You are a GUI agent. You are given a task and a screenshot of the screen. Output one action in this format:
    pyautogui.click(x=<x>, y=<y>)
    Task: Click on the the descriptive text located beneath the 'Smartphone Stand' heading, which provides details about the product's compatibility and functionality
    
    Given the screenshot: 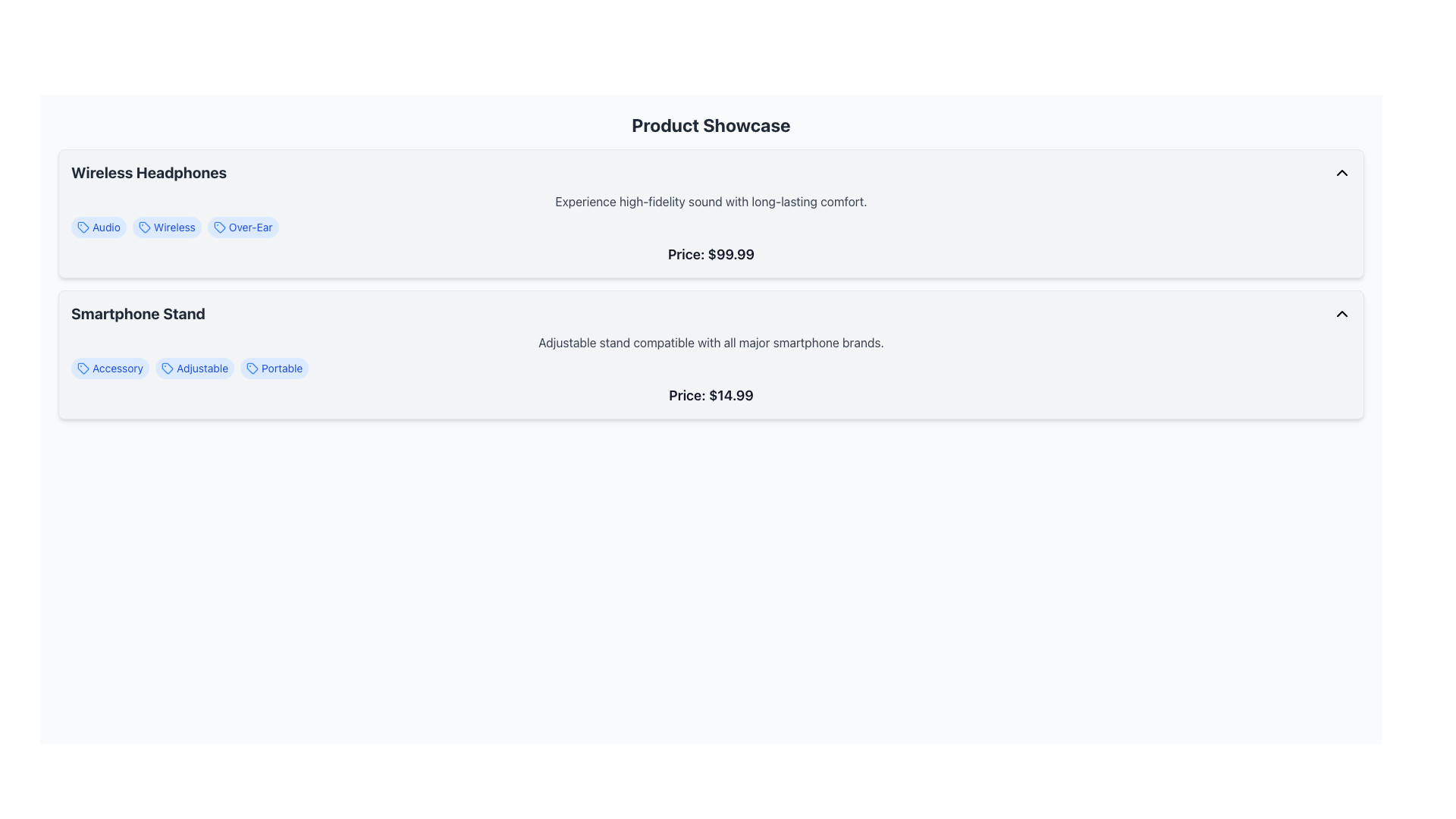 What is the action you would take?
    pyautogui.click(x=710, y=342)
    